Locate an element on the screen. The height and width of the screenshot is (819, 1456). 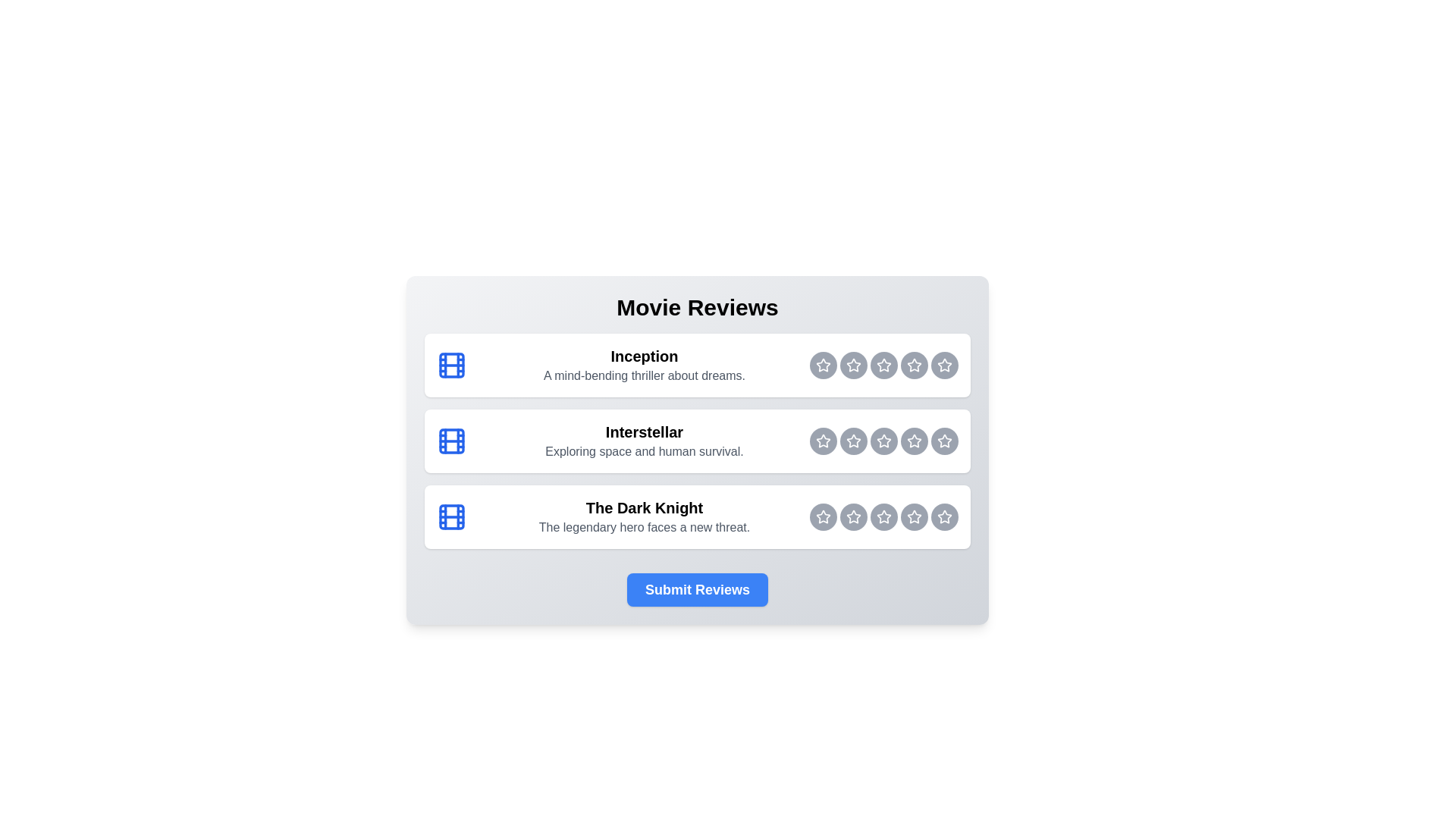
the 'Submit Reviews' button to submit the reviews is located at coordinates (697, 589).